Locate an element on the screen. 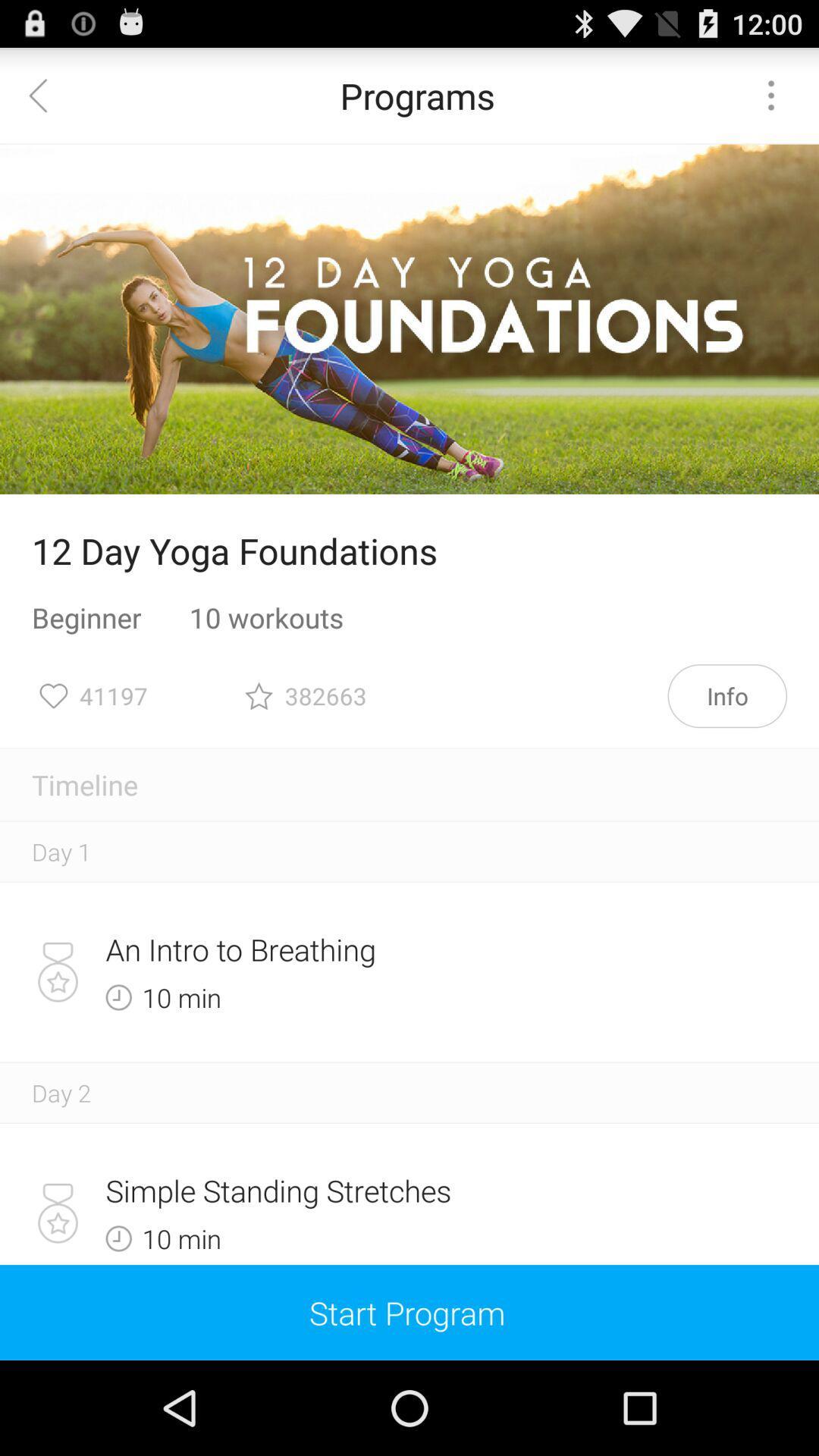 The width and height of the screenshot is (819, 1456). open menu is located at coordinates (771, 94).